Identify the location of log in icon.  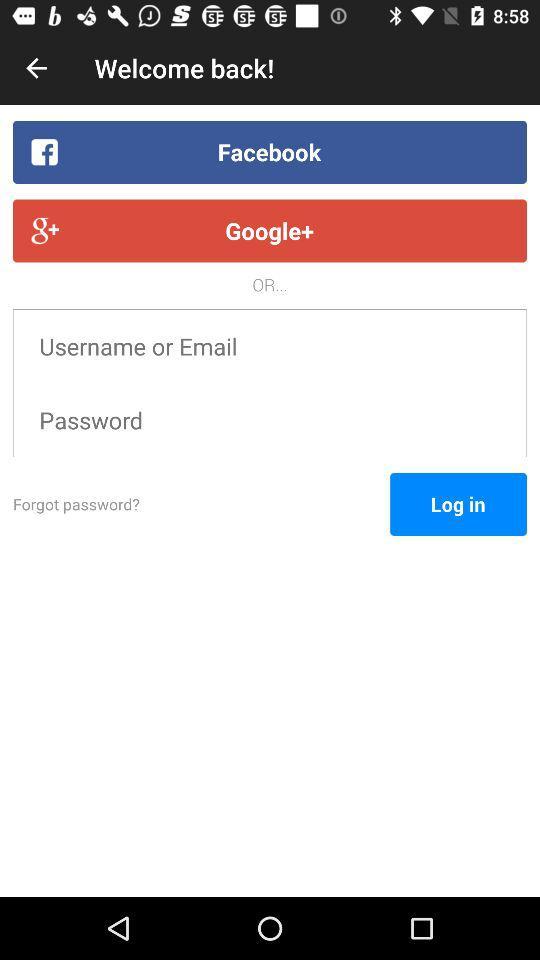
(458, 503).